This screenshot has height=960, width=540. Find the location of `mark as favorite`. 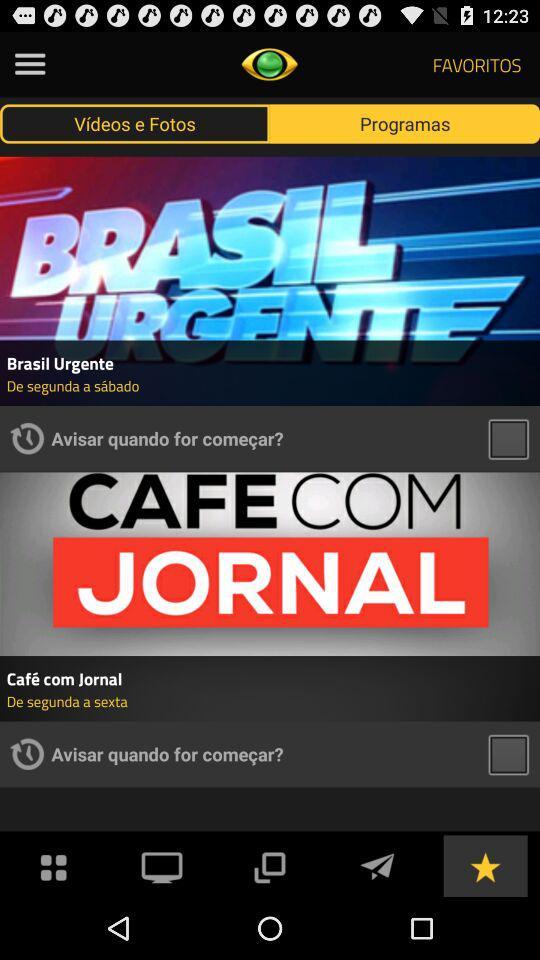

mark as favorite is located at coordinates (484, 864).